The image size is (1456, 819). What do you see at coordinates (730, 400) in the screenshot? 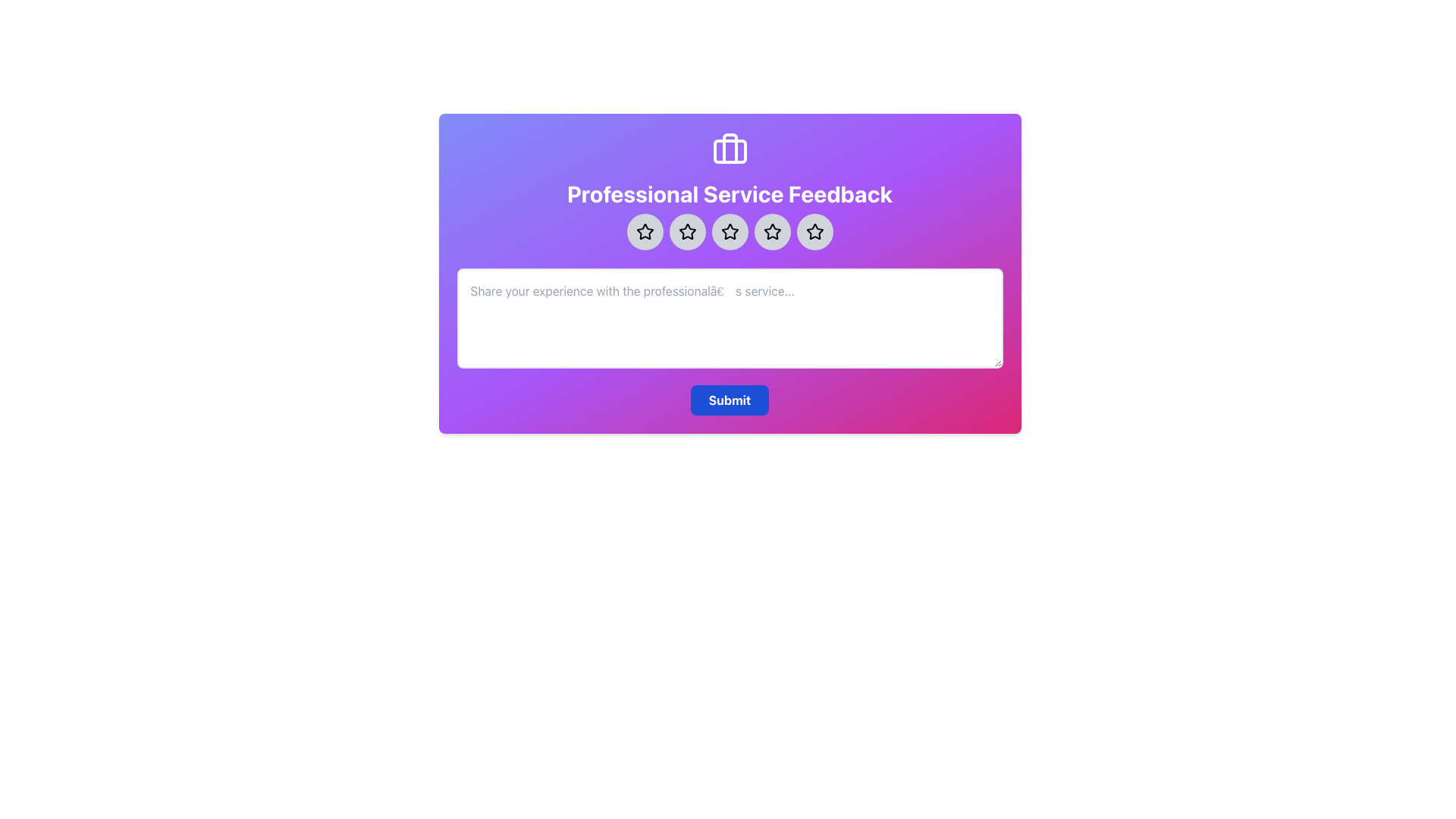
I see `the feedback submission button located at the bottom center of the 'Professional Service Feedback' card to observe the color change in its hover state` at bounding box center [730, 400].